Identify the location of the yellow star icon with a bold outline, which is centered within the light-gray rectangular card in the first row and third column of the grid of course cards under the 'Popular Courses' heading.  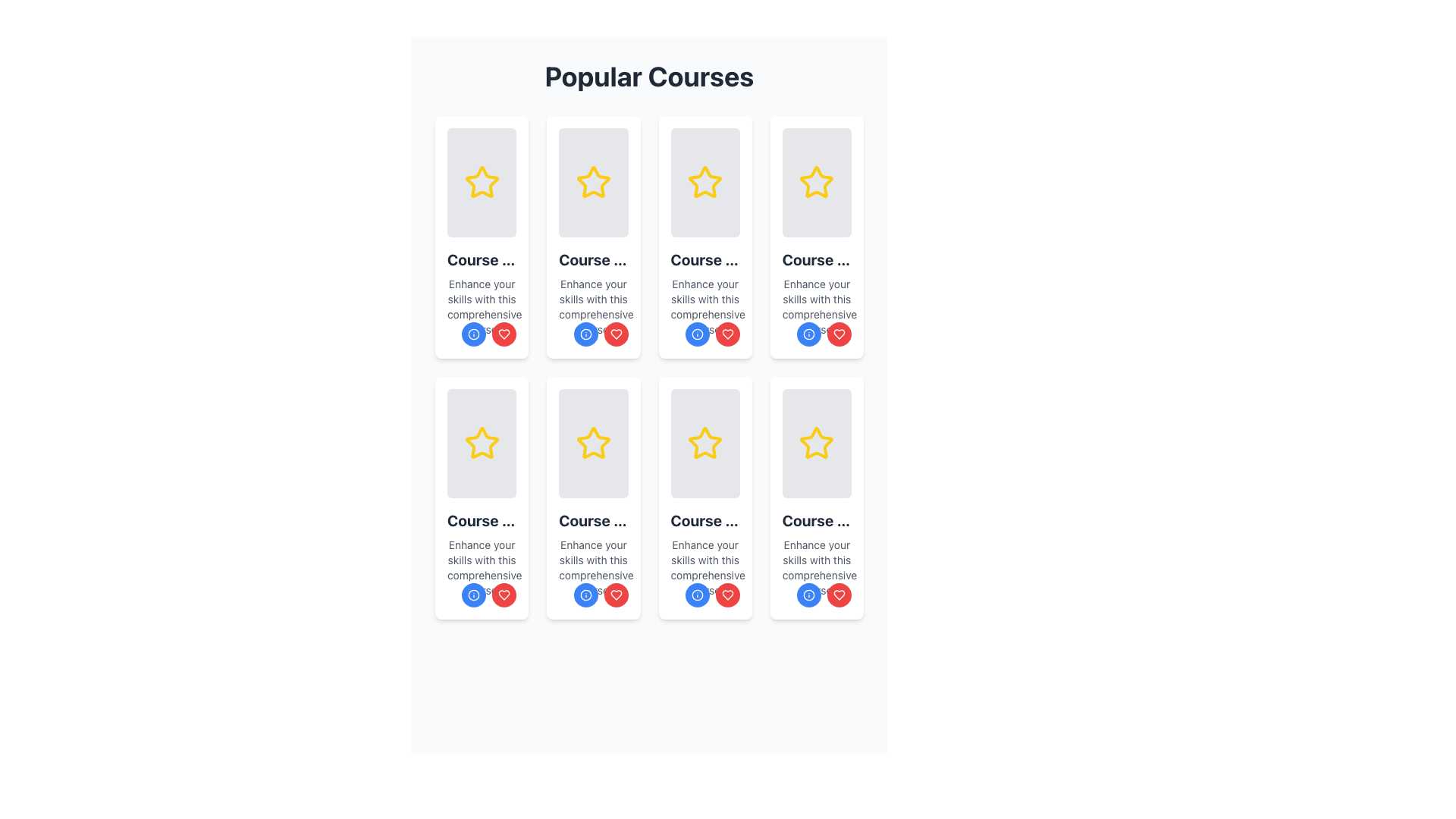
(704, 181).